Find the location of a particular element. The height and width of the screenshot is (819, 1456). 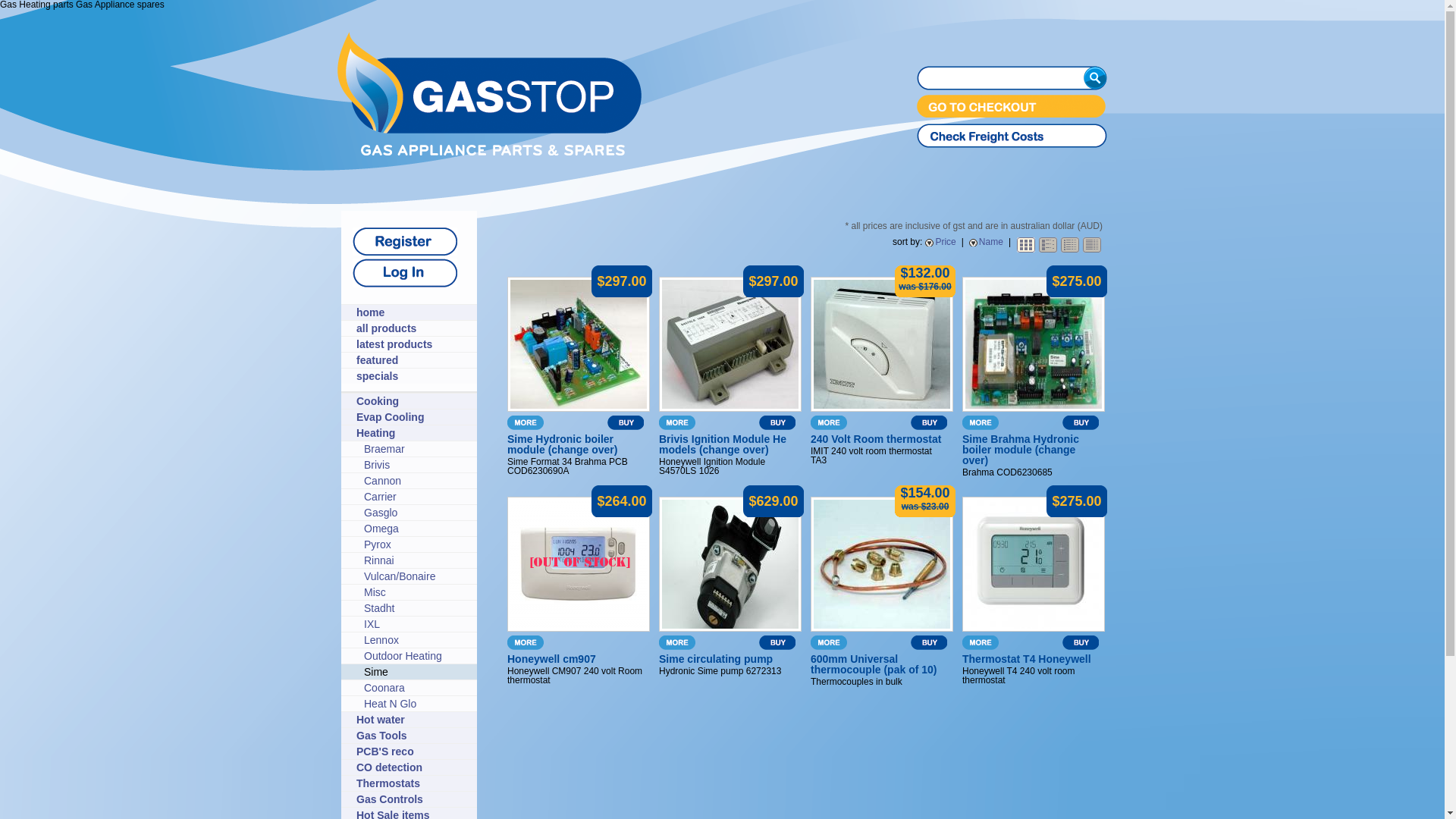

'Coonara' is located at coordinates (416, 687).